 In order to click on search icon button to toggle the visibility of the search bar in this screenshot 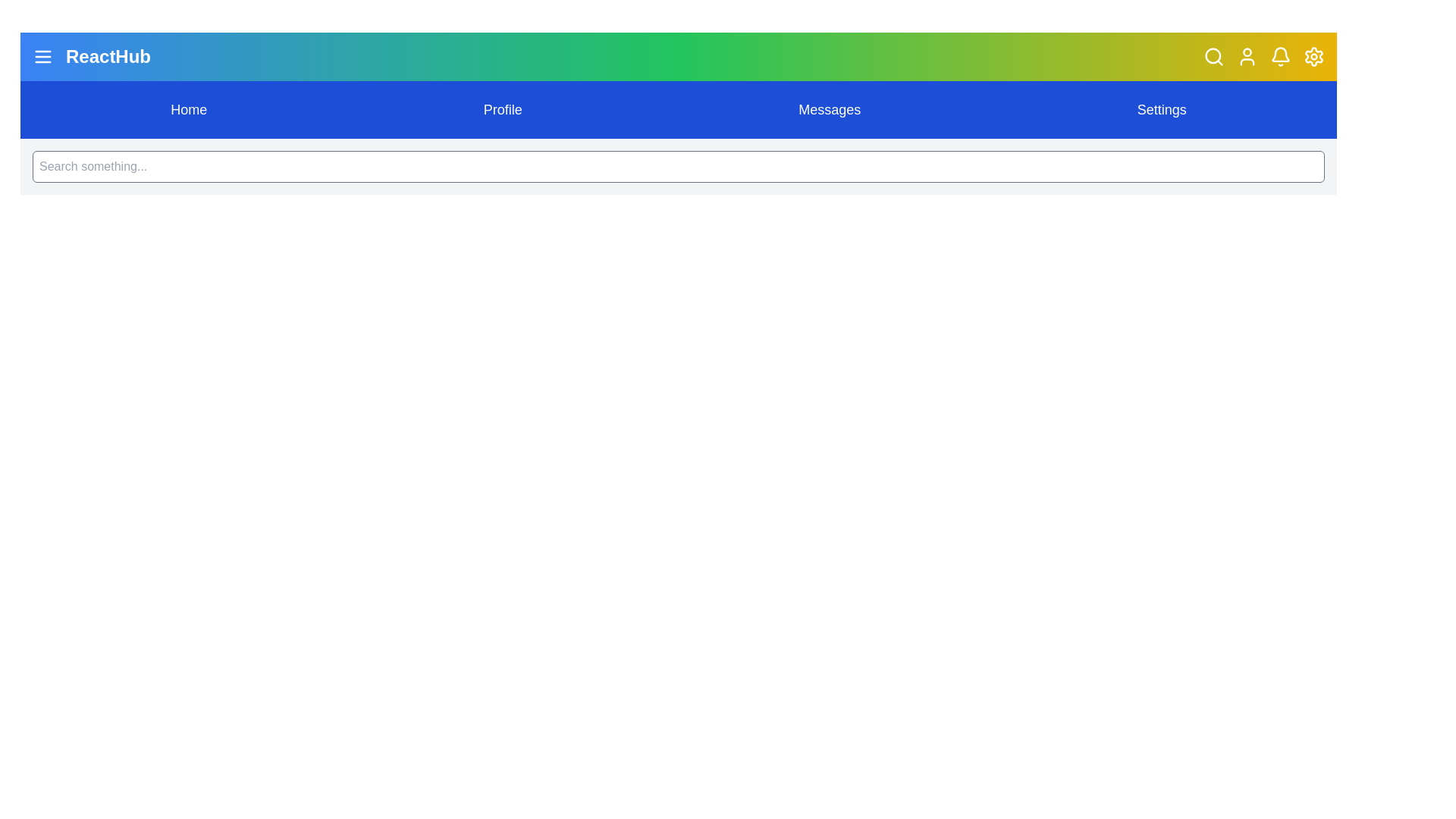, I will do `click(1214, 55)`.